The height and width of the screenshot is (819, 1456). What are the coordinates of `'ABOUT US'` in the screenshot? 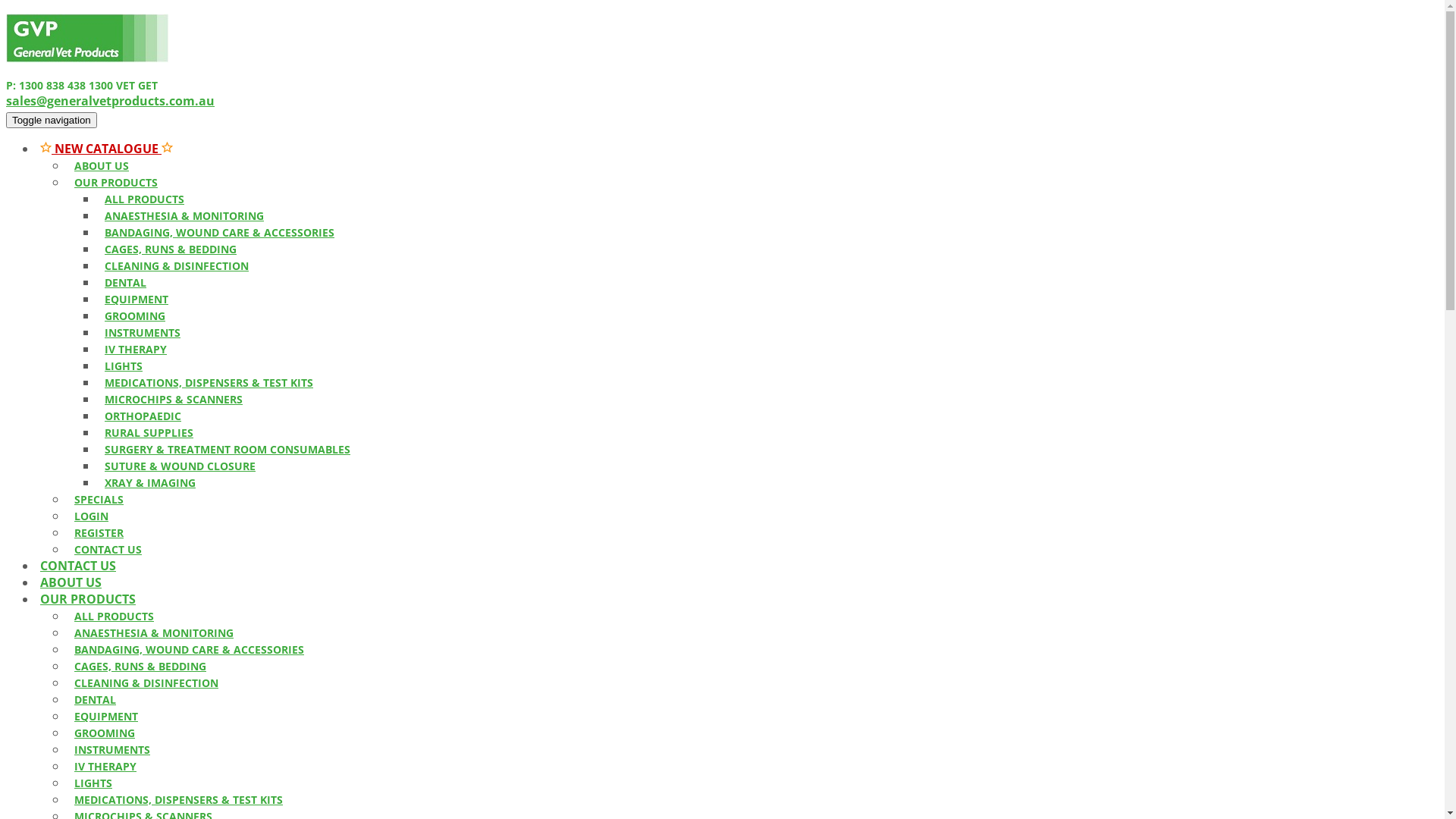 It's located at (70, 581).